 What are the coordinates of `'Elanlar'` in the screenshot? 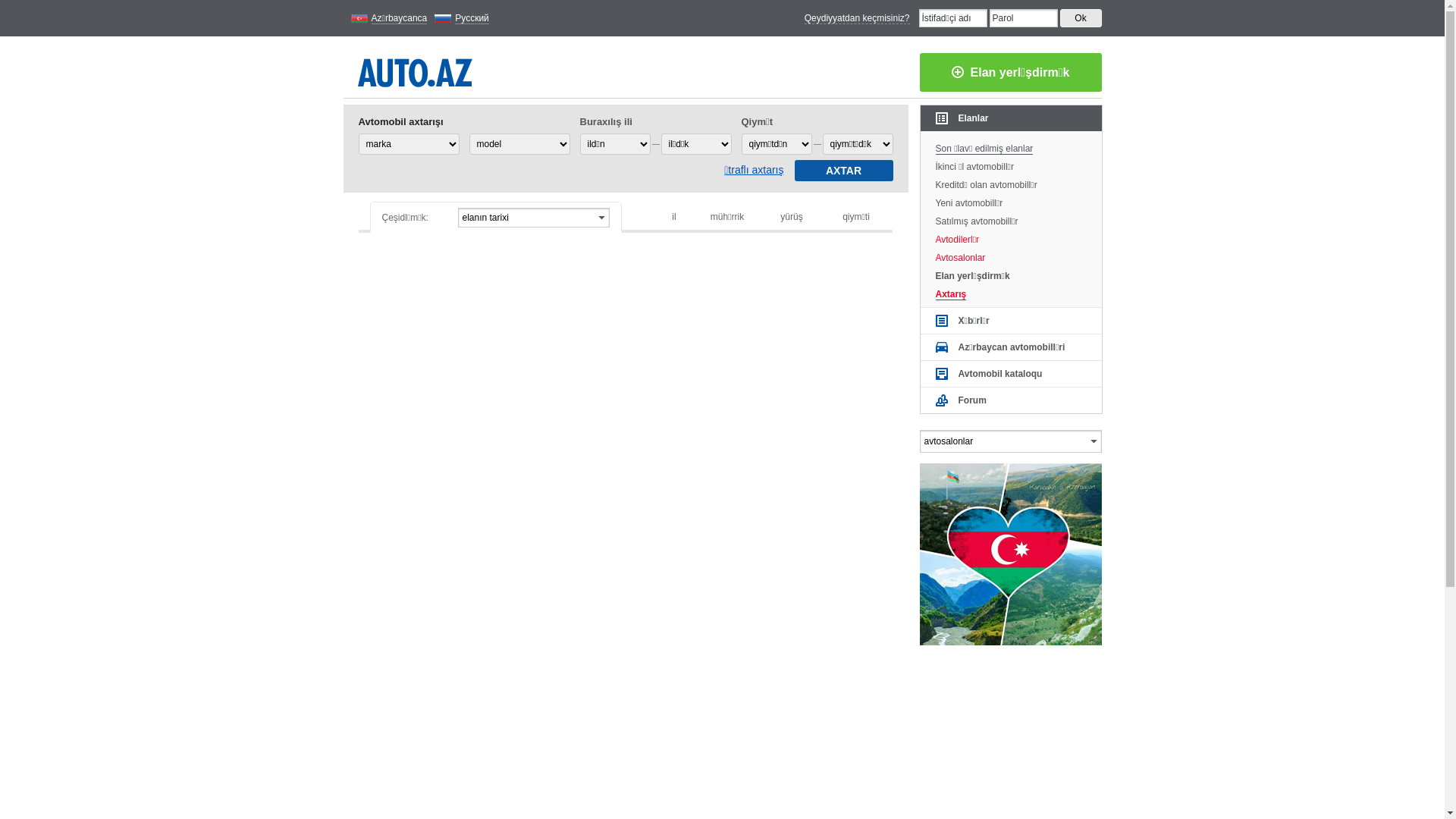 It's located at (1011, 117).